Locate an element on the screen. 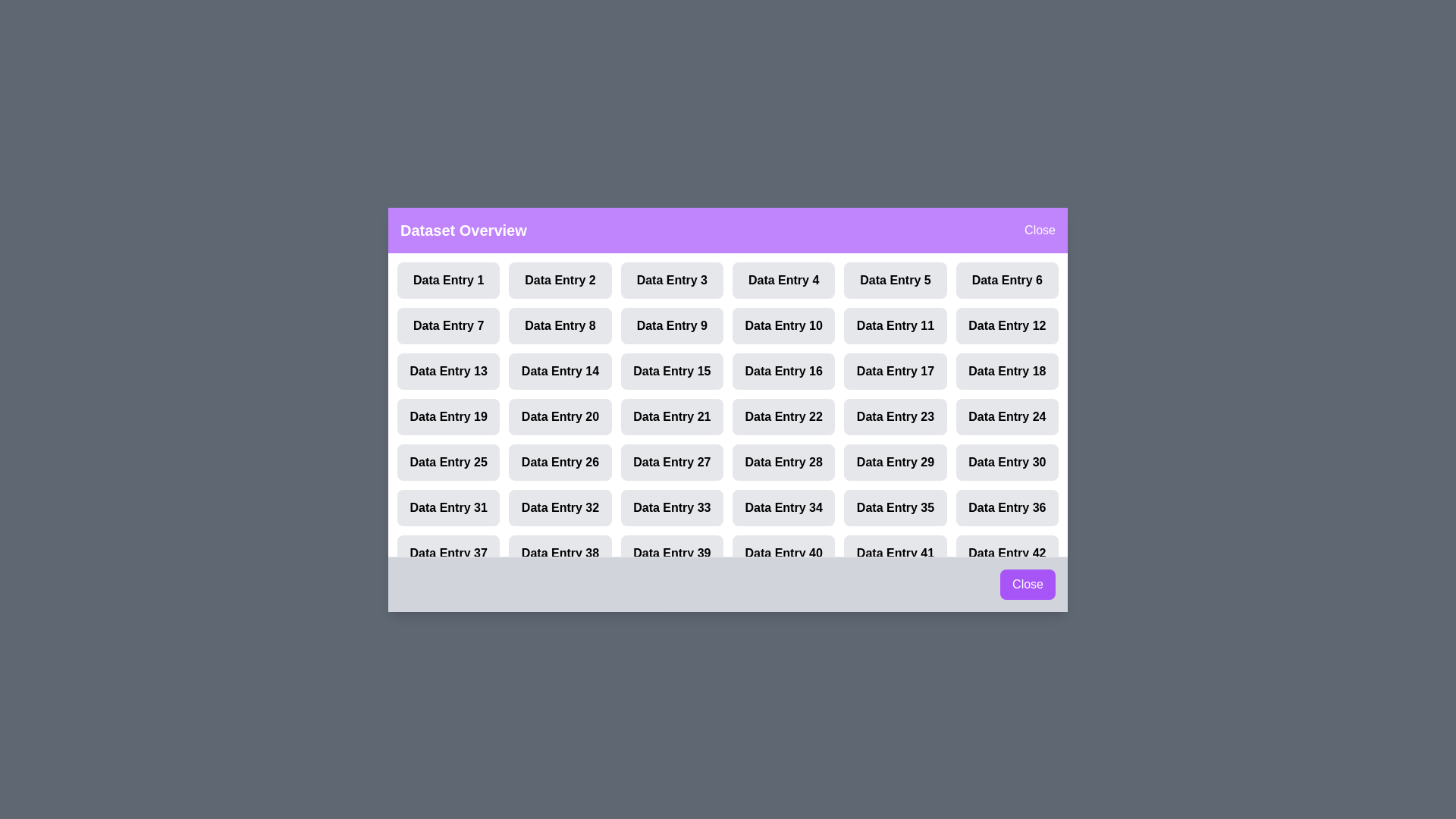  the header text labeled 'Dataset Overview' is located at coordinates (463, 230).